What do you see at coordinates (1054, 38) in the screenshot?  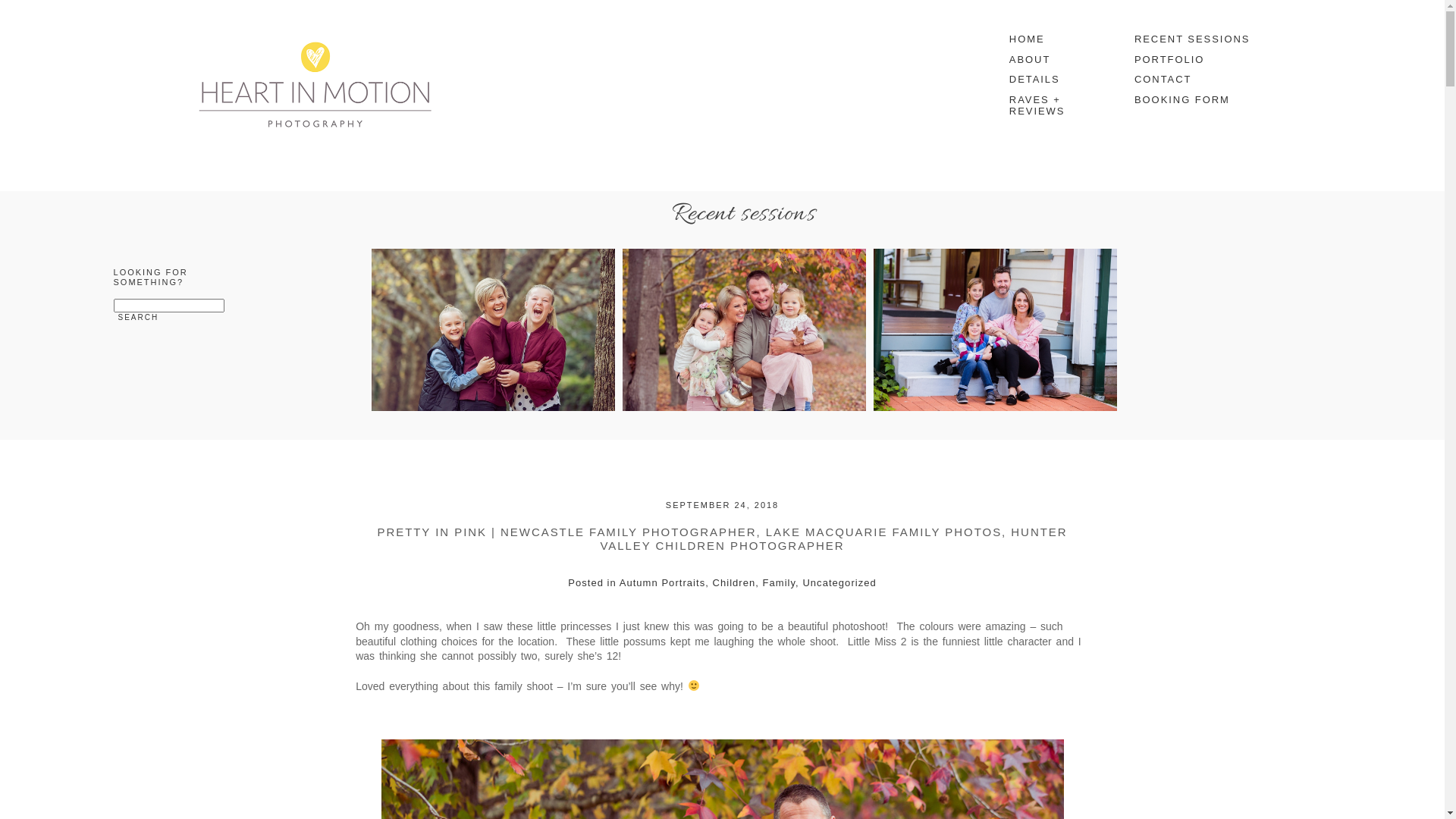 I see `'HOME'` at bounding box center [1054, 38].